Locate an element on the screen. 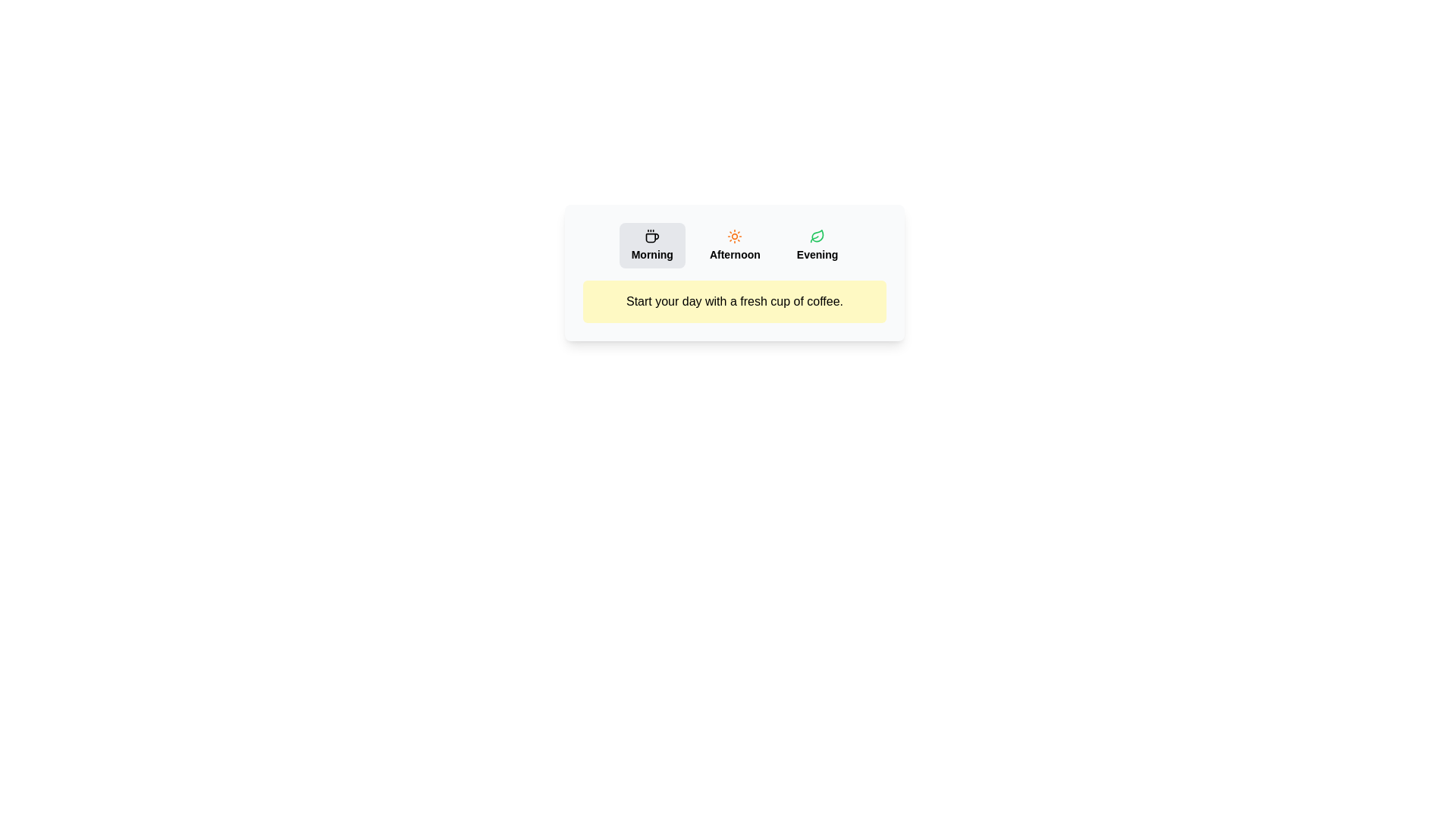 The width and height of the screenshot is (1456, 819). the Evening tab to display its content is located at coordinates (817, 245).